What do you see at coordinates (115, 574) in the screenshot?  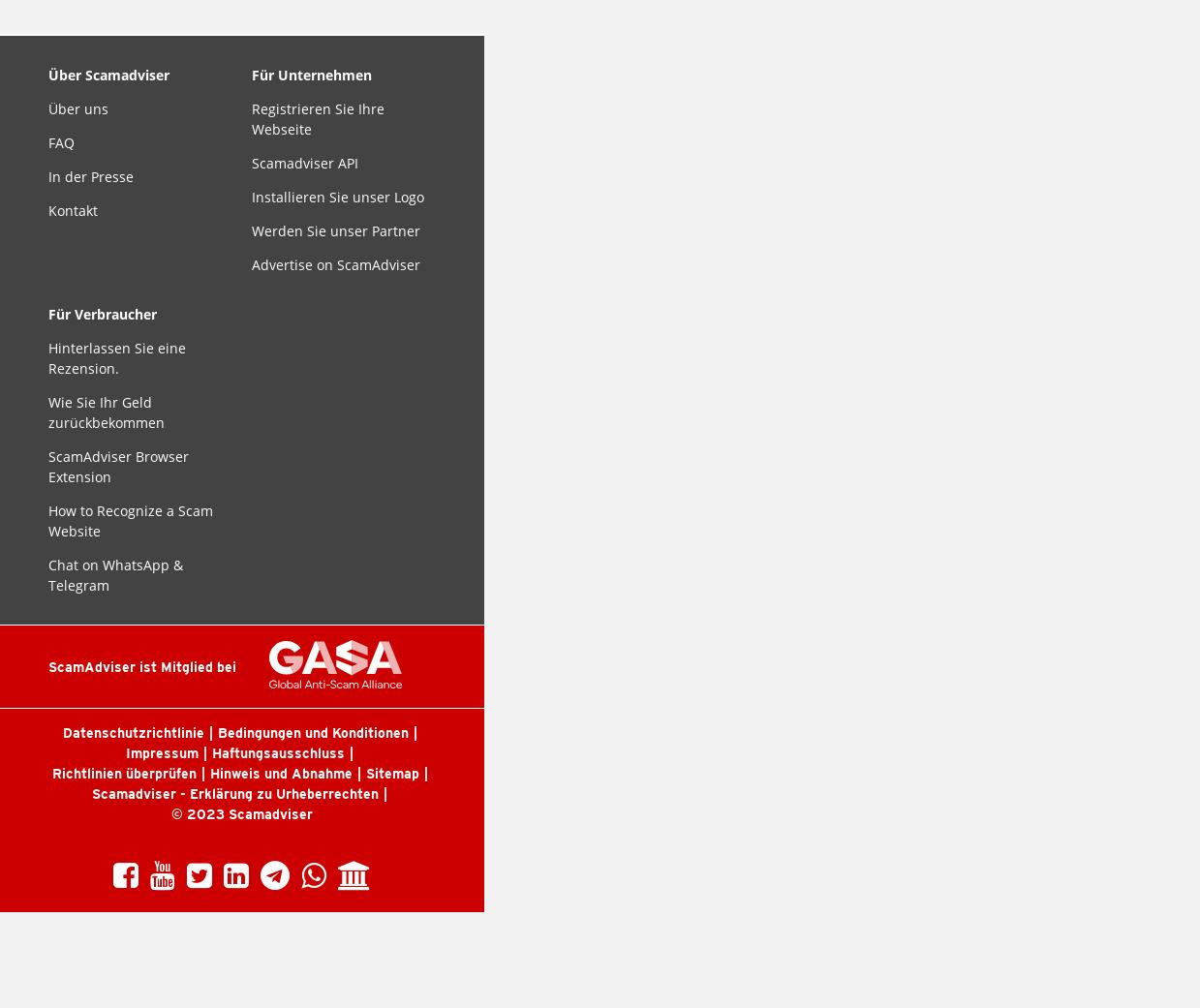 I see `'Chat on WhatsApp & Telegram'` at bounding box center [115, 574].